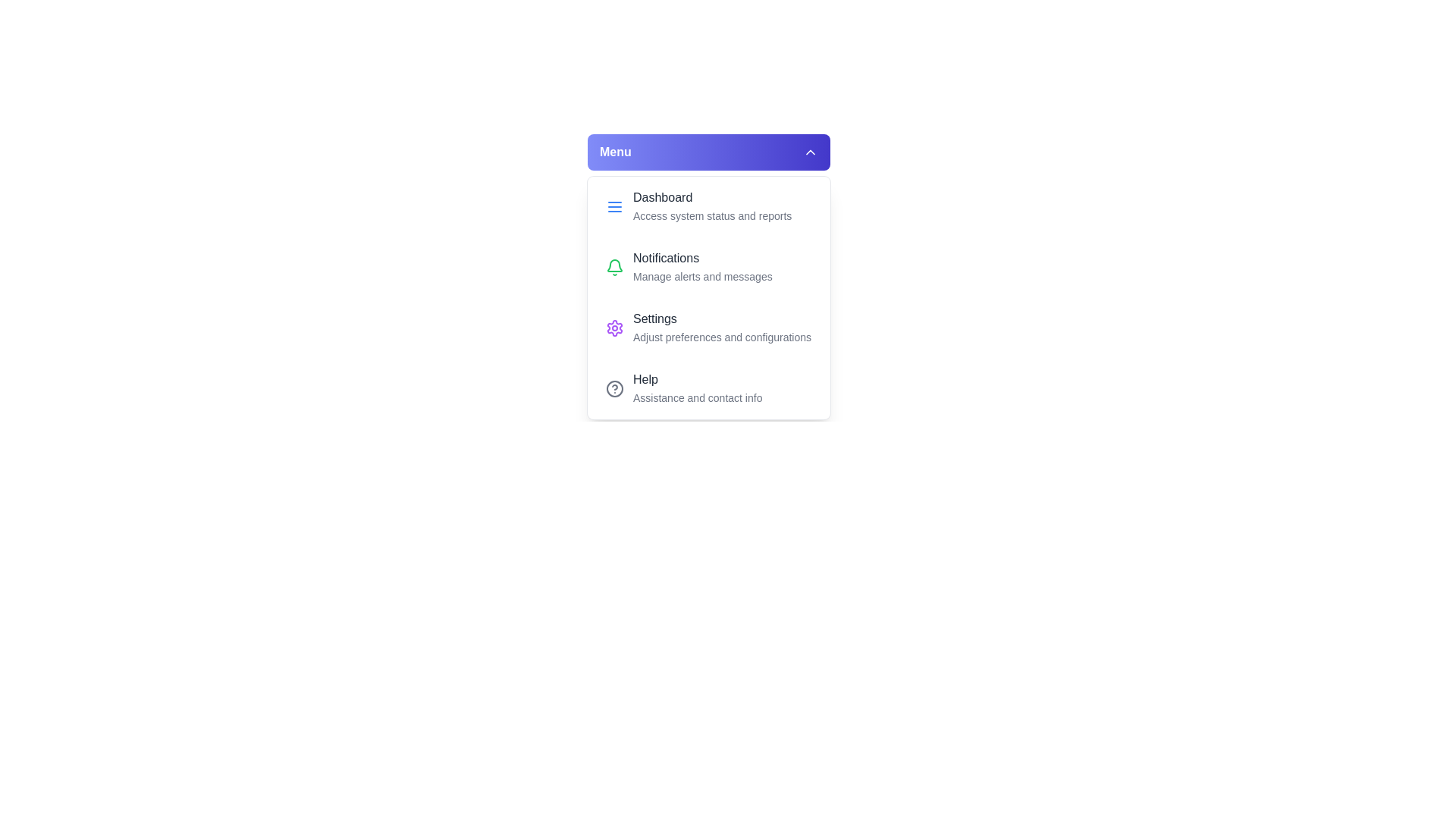  I want to click on the 'Settings' menu entry in the vertical navigation menu, which features bold text in dark font and a description in lighter gray font, so click(721, 327).